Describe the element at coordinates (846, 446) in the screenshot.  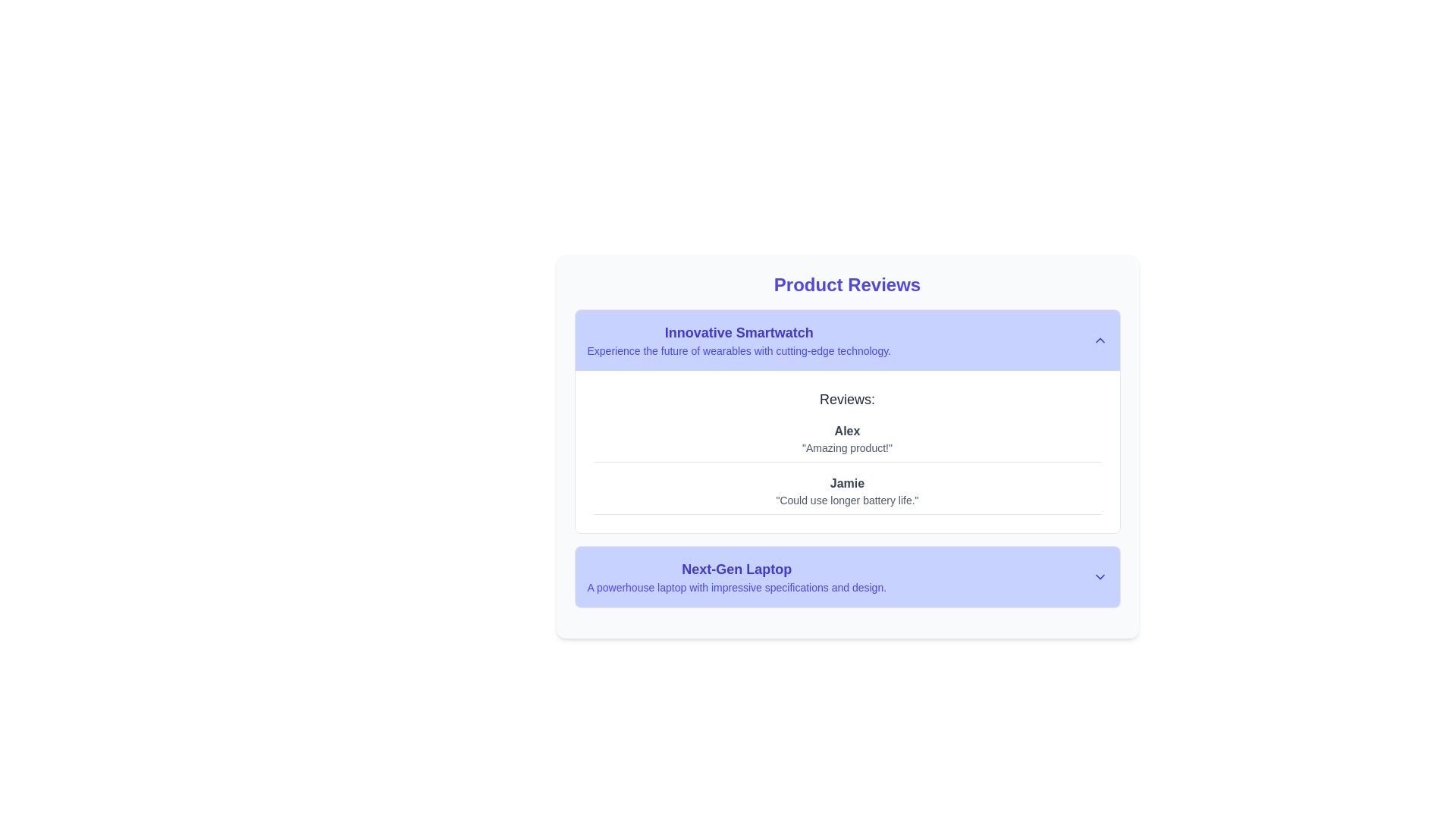
I see `reviews from the first panel in the list, which has a light gray background and contains a centered heading in bold indigo text along with product reviews` at that location.